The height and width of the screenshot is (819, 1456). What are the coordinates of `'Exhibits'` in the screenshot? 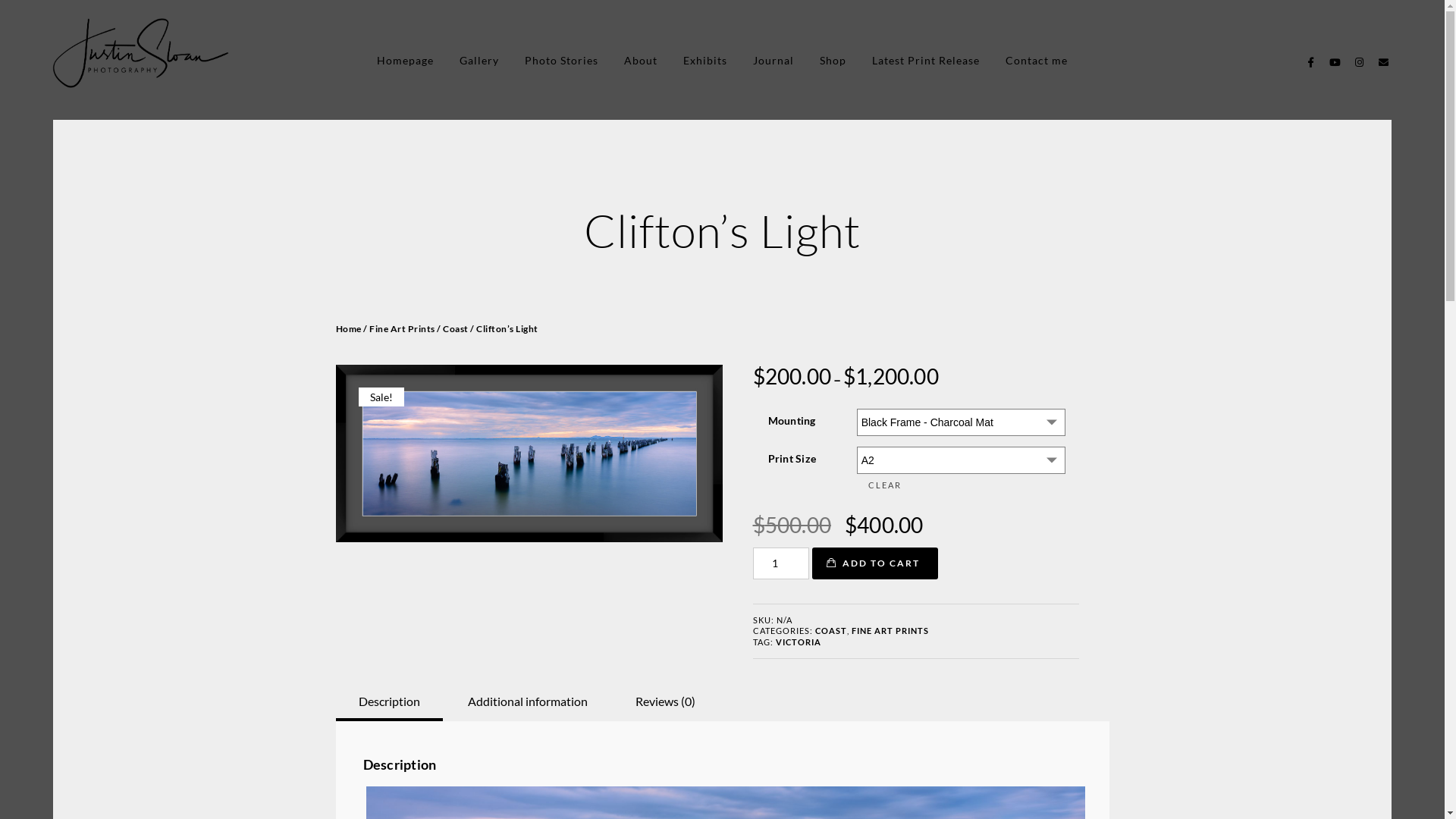 It's located at (704, 59).